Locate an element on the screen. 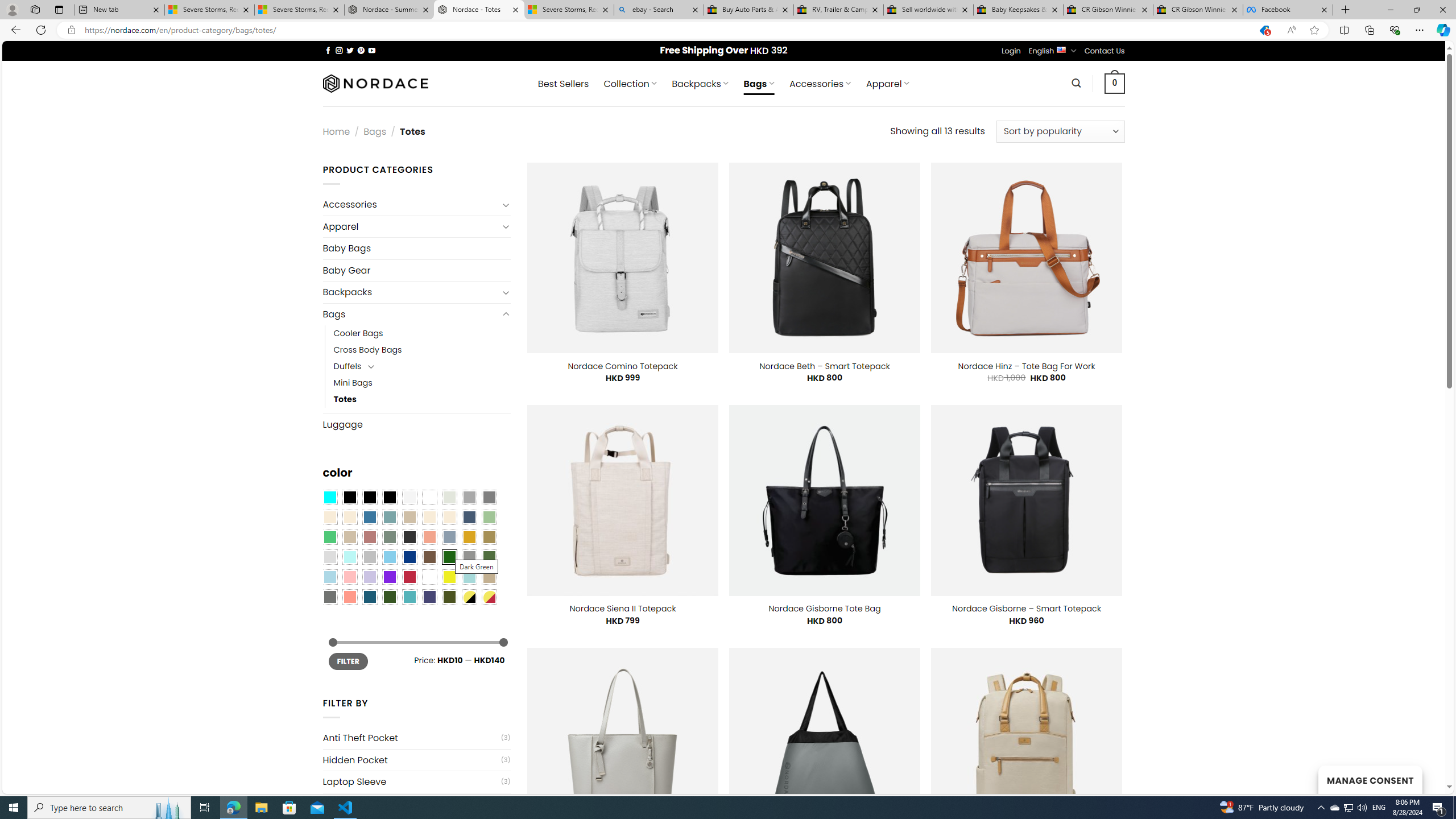 The height and width of the screenshot is (819, 1456). 'Laptop Sleeve' is located at coordinates (411, 781).